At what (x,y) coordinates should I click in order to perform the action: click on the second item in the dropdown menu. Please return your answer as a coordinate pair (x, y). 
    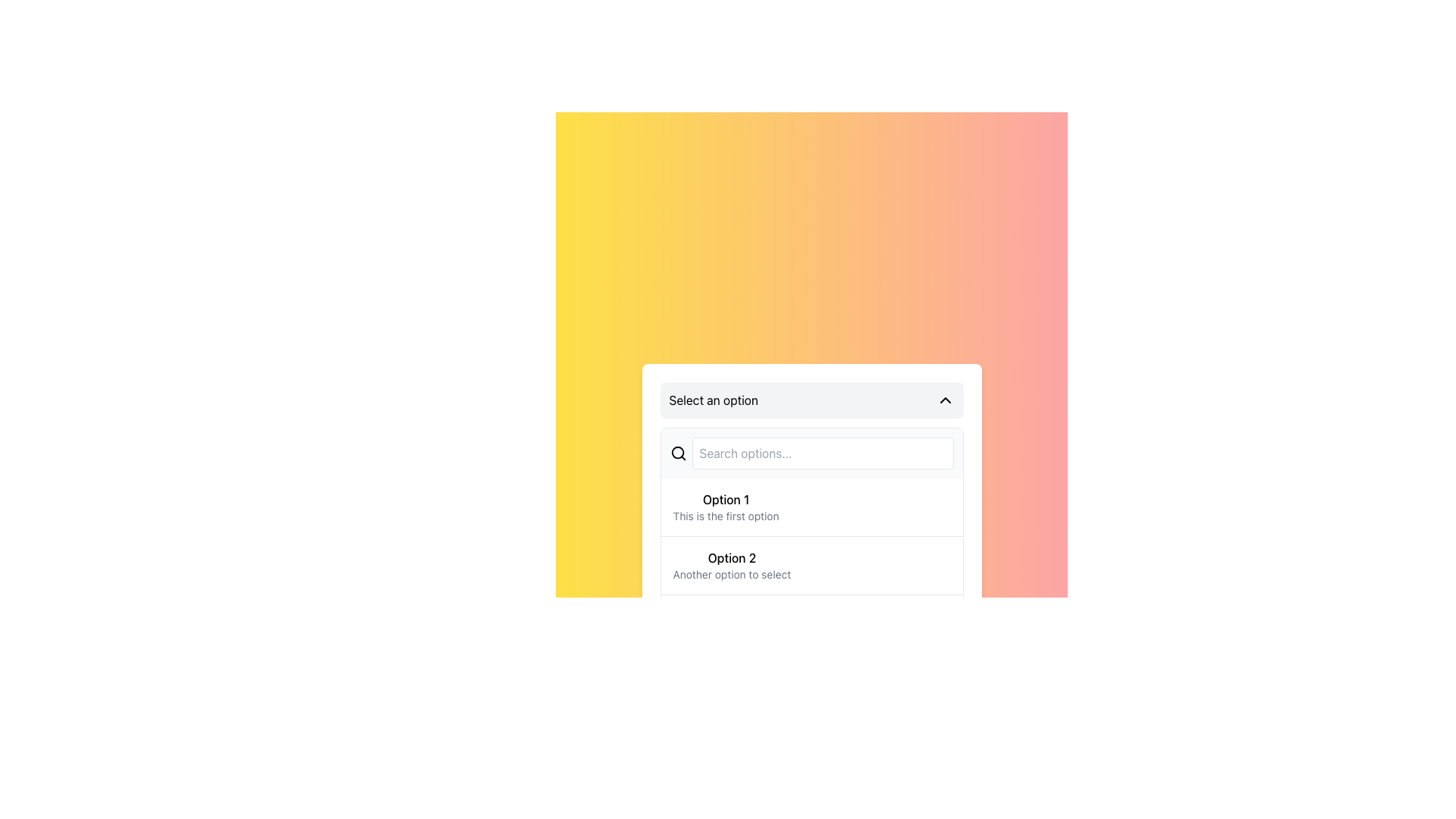
    Looking at the image, I should click on (811, 570).